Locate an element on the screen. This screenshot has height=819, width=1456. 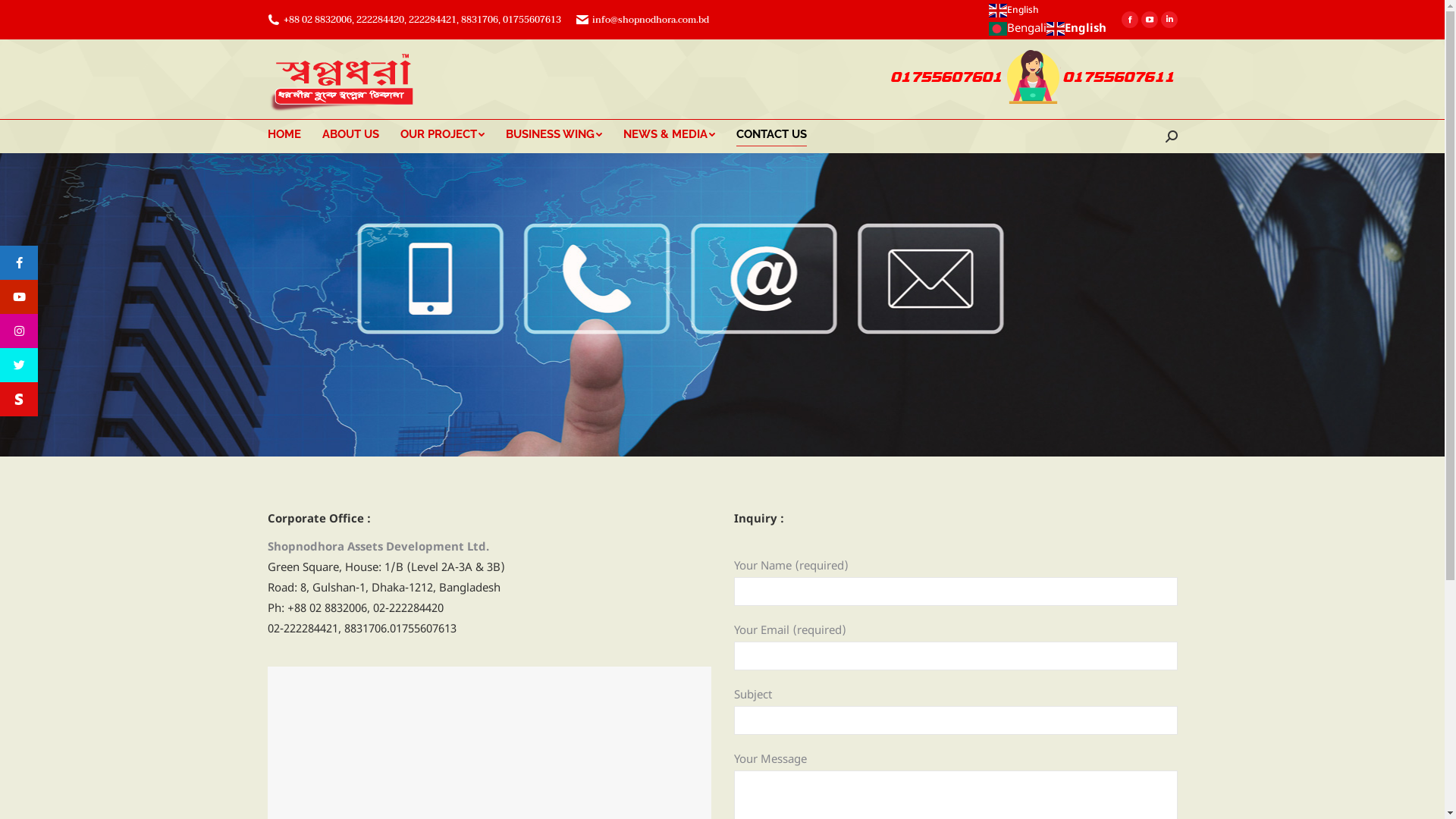
'HOME' is located at coordinates (294, 133).